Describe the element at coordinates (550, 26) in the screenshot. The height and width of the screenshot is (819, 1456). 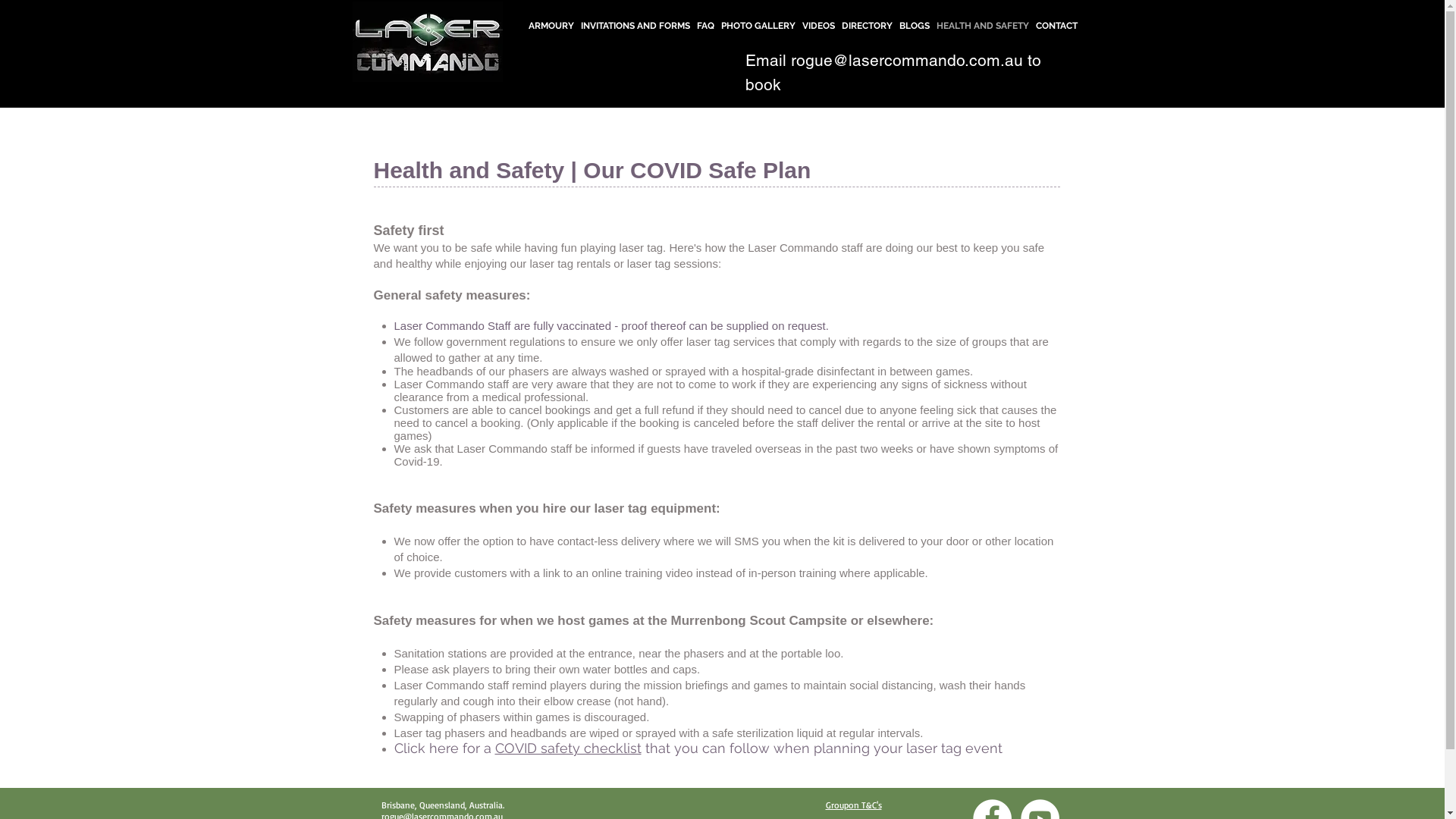
I see `'ARMOURY'` at that location.